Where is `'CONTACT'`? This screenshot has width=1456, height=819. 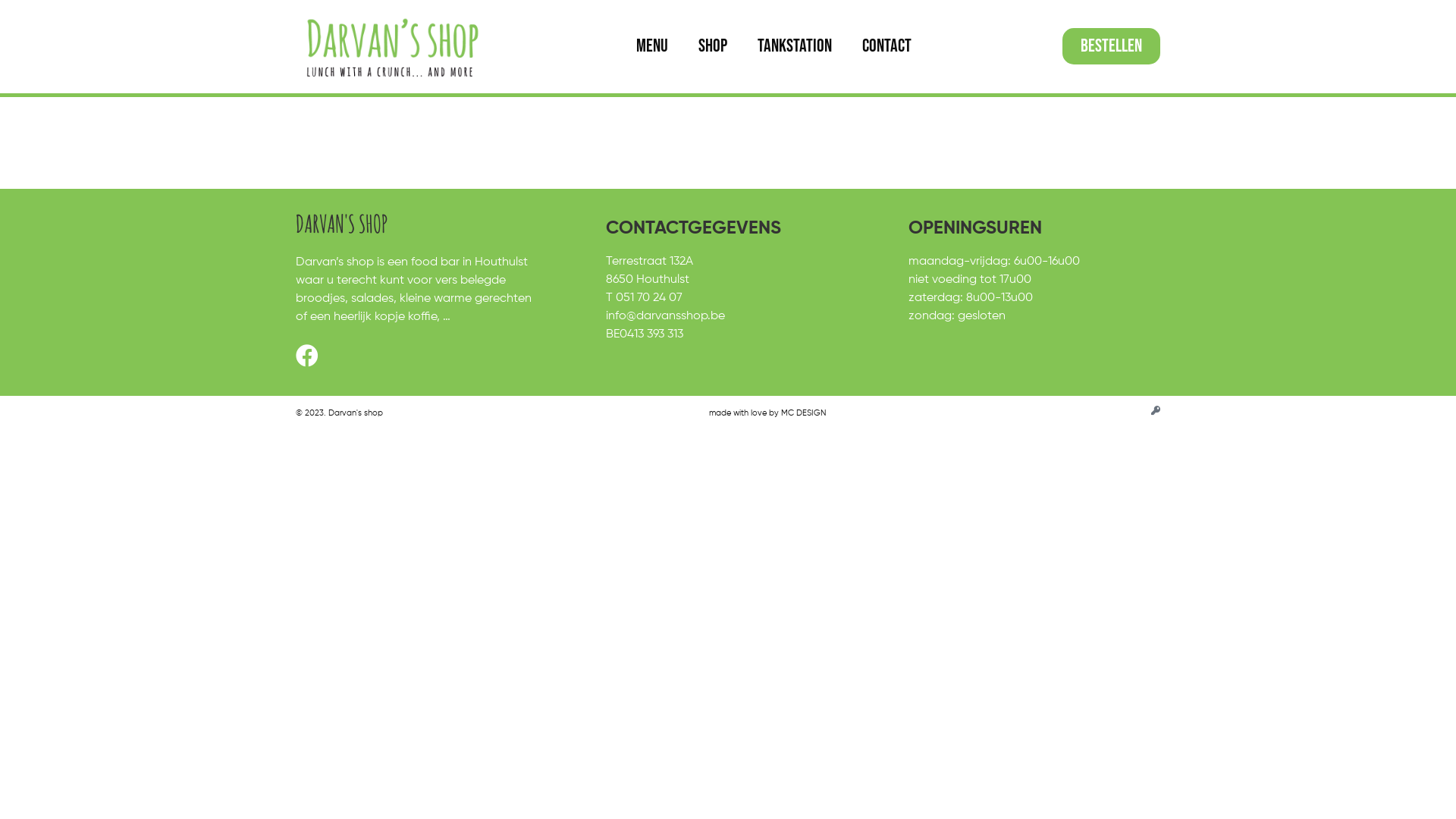
'CONTACT' is located at coordinates (846, 45).